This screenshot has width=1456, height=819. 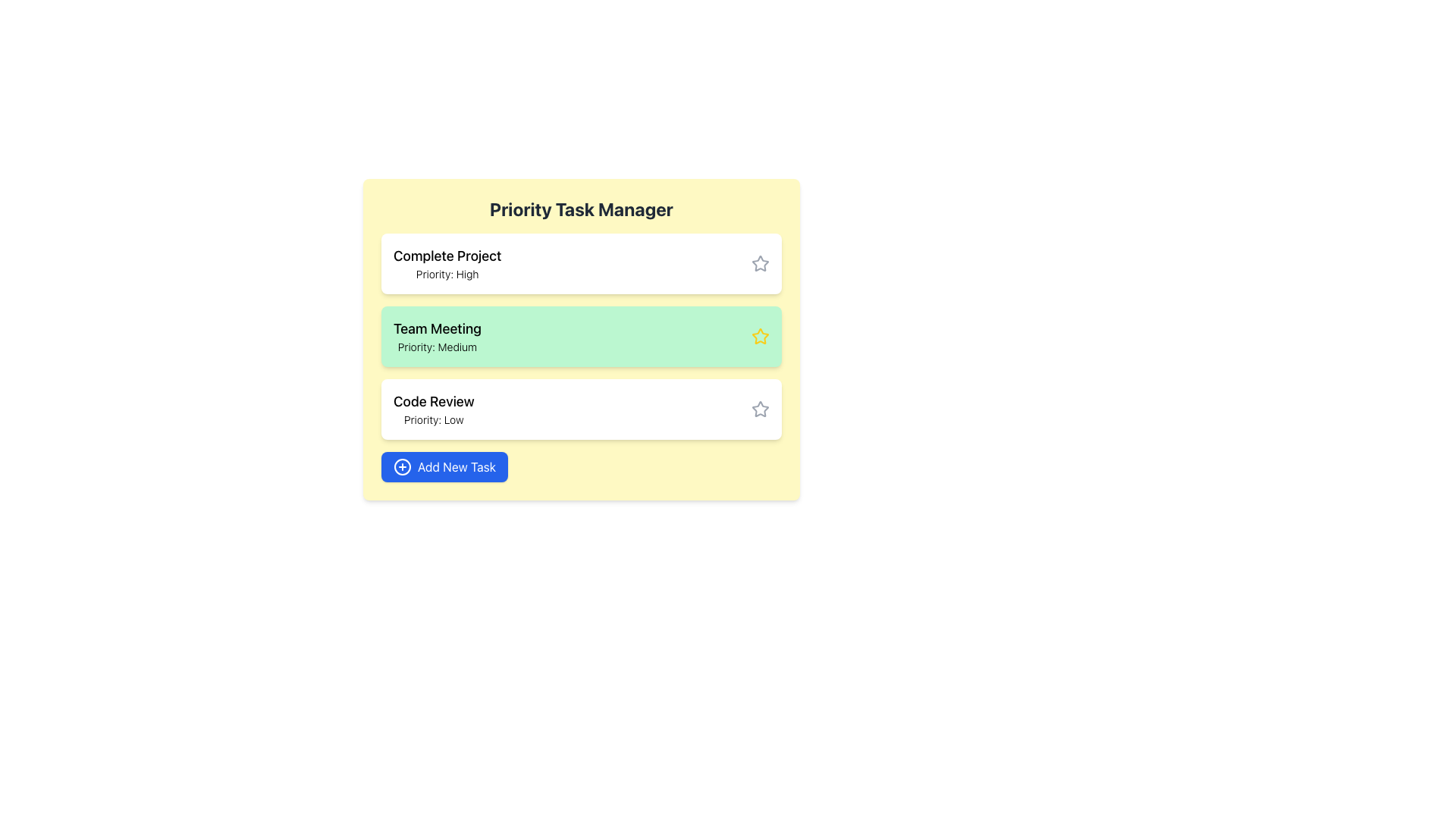 What do you see at coordinates (436, 328) in the screenshot?
I see `the 'Team Meeting' text label, which is displayed in bold and positioned in a green-highlighted area below 'Priority Task Manager'` at bounding box center [436, 328].